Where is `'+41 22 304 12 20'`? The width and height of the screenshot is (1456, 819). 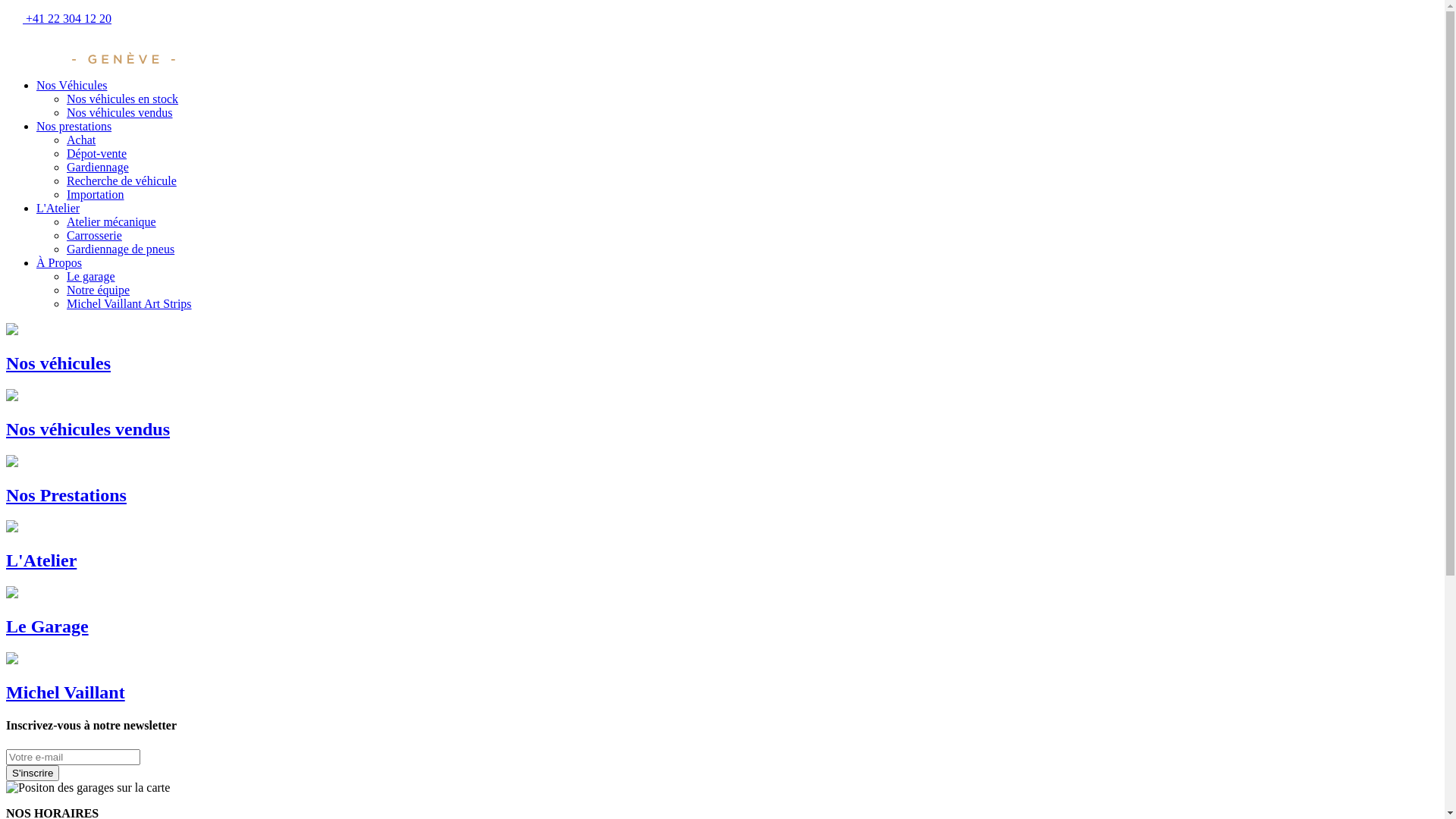
'+41 22 304 12 20' is located at coordinates (6, 18).